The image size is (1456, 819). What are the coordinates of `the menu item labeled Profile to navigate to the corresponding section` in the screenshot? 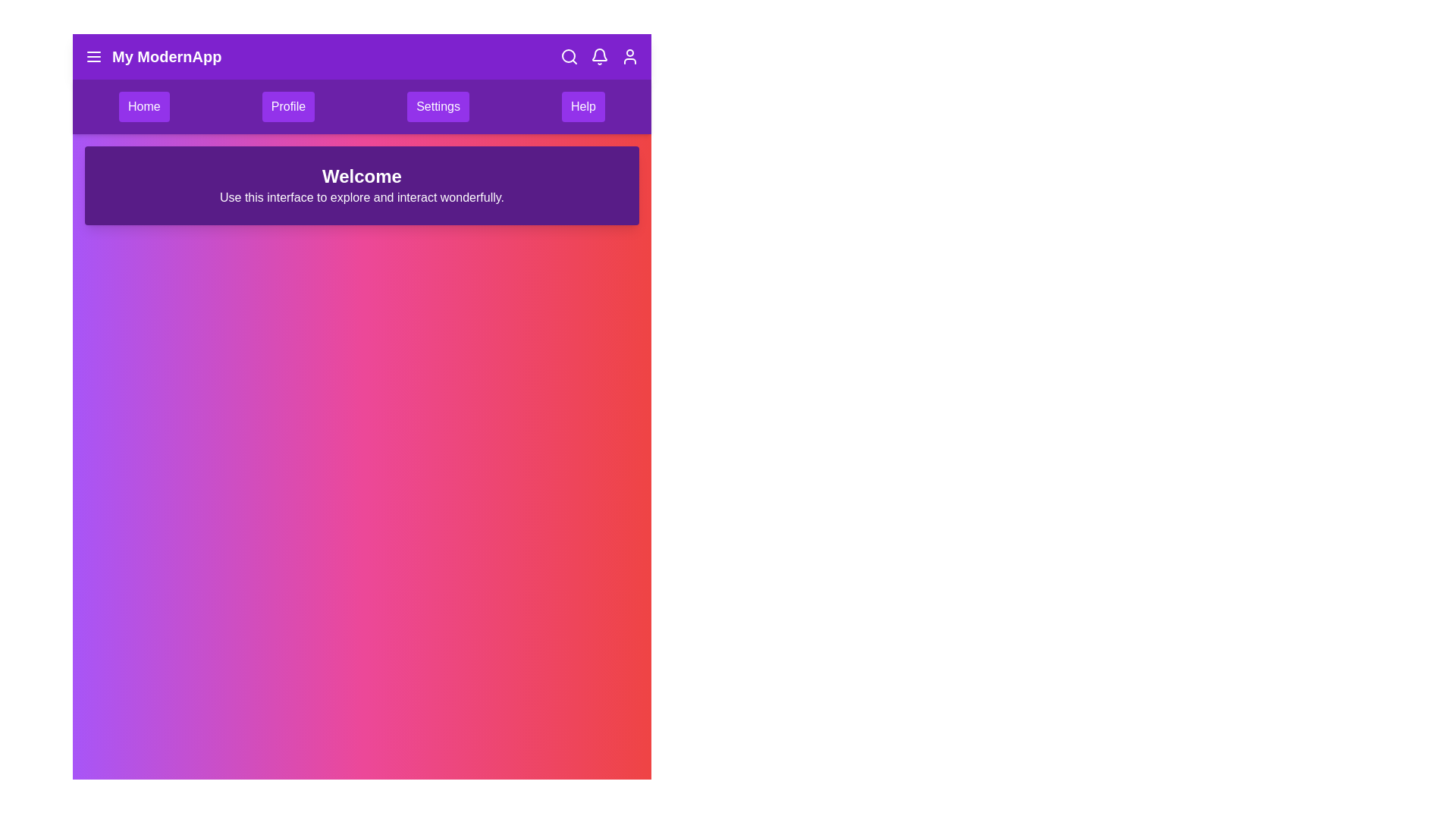 It's located at (287, 106).